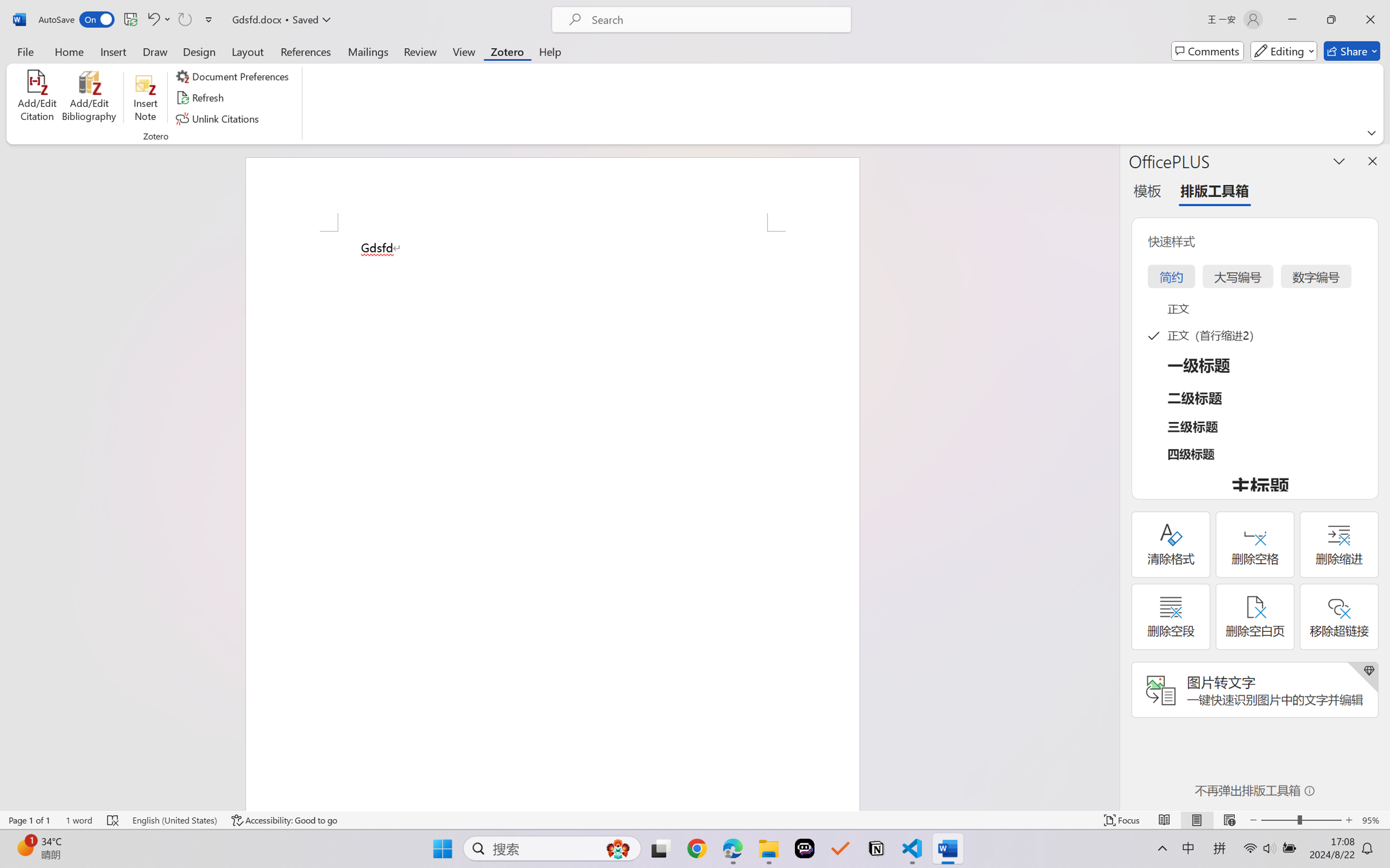 This screenshot has height=868, width=1390. I want to click on 'Insert Note', so click(145, 98).